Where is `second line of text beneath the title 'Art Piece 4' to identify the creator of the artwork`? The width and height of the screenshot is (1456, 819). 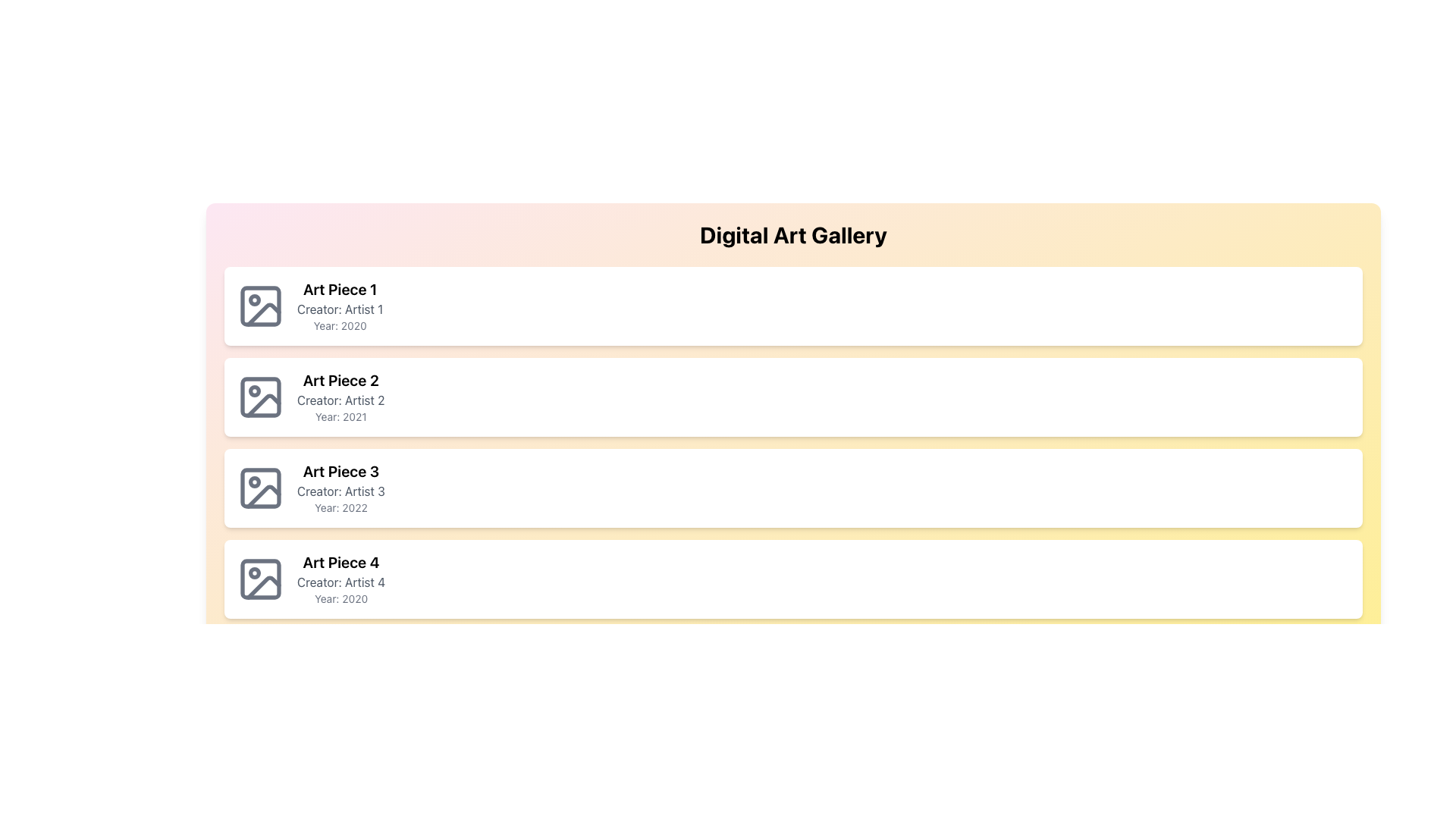
second line of text beneath the title 'Art Piece 4' to identify the creator of the artwork is located at coordinates (340, 581).